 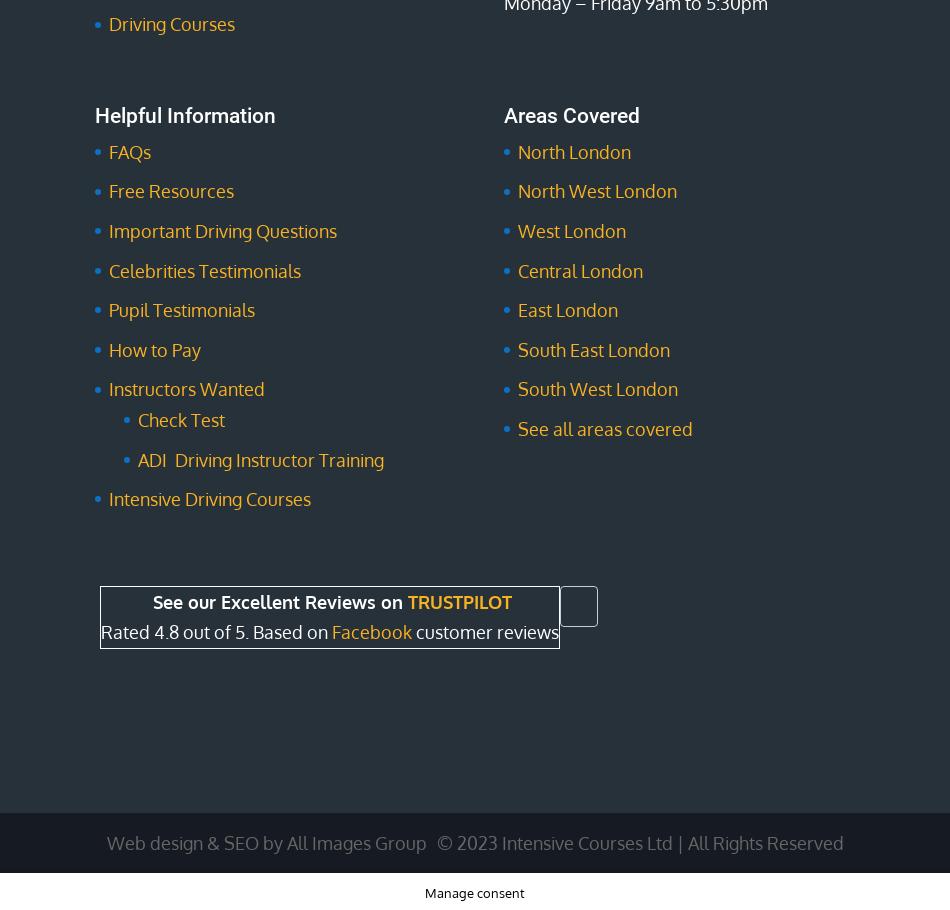 I want to click on 'Instructors Wanted', so click(x=186, y=389).